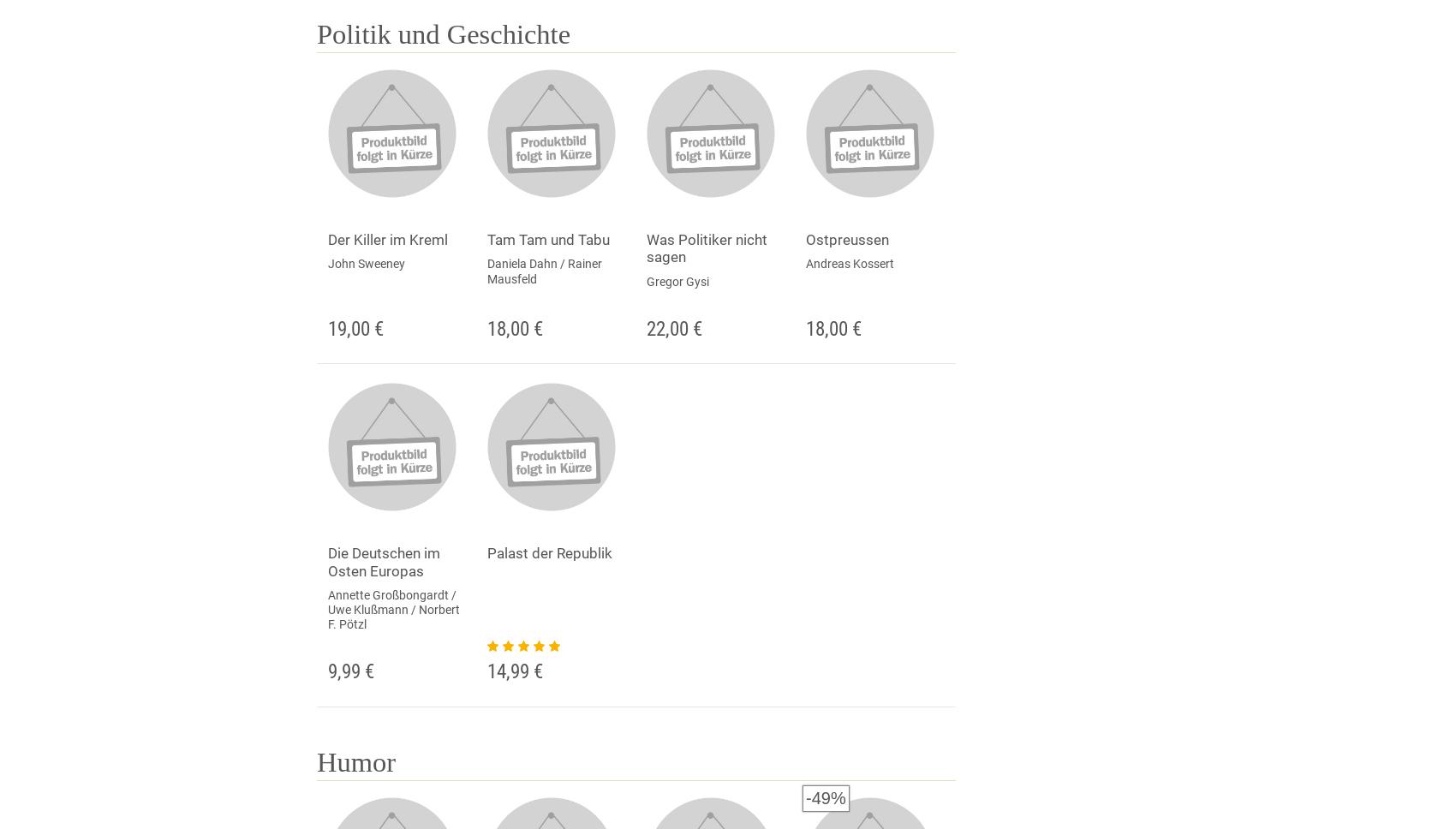  Describe the element at coordinates (805, 796) in the screenshot. I see `'-49%'` at that location.